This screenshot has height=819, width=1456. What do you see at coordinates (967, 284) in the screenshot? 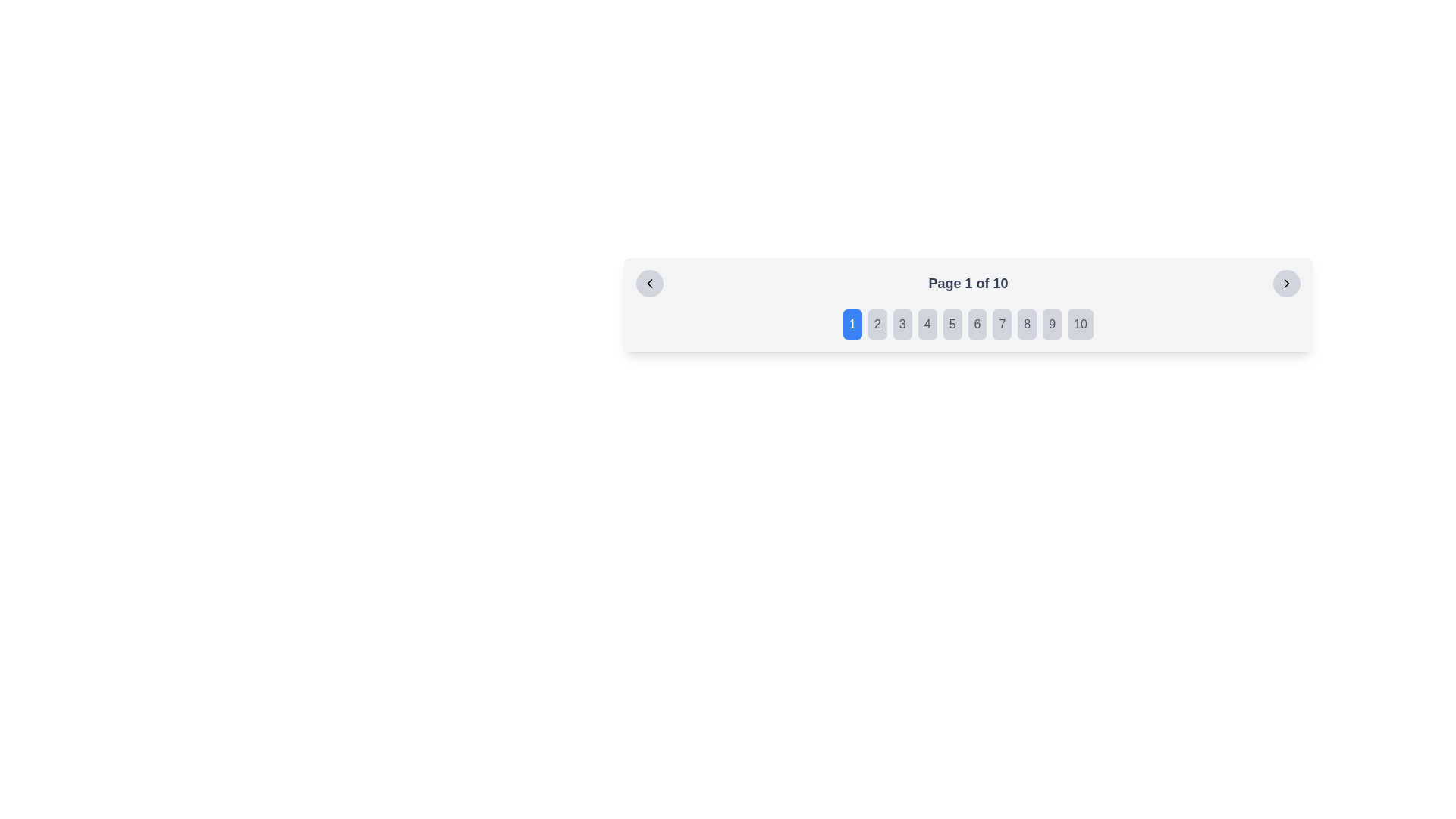
I see `the text label that displays the current page number and total pages in the pagination toolbar, located centrally between the navigational buttons` at bounding box center [967, 284].